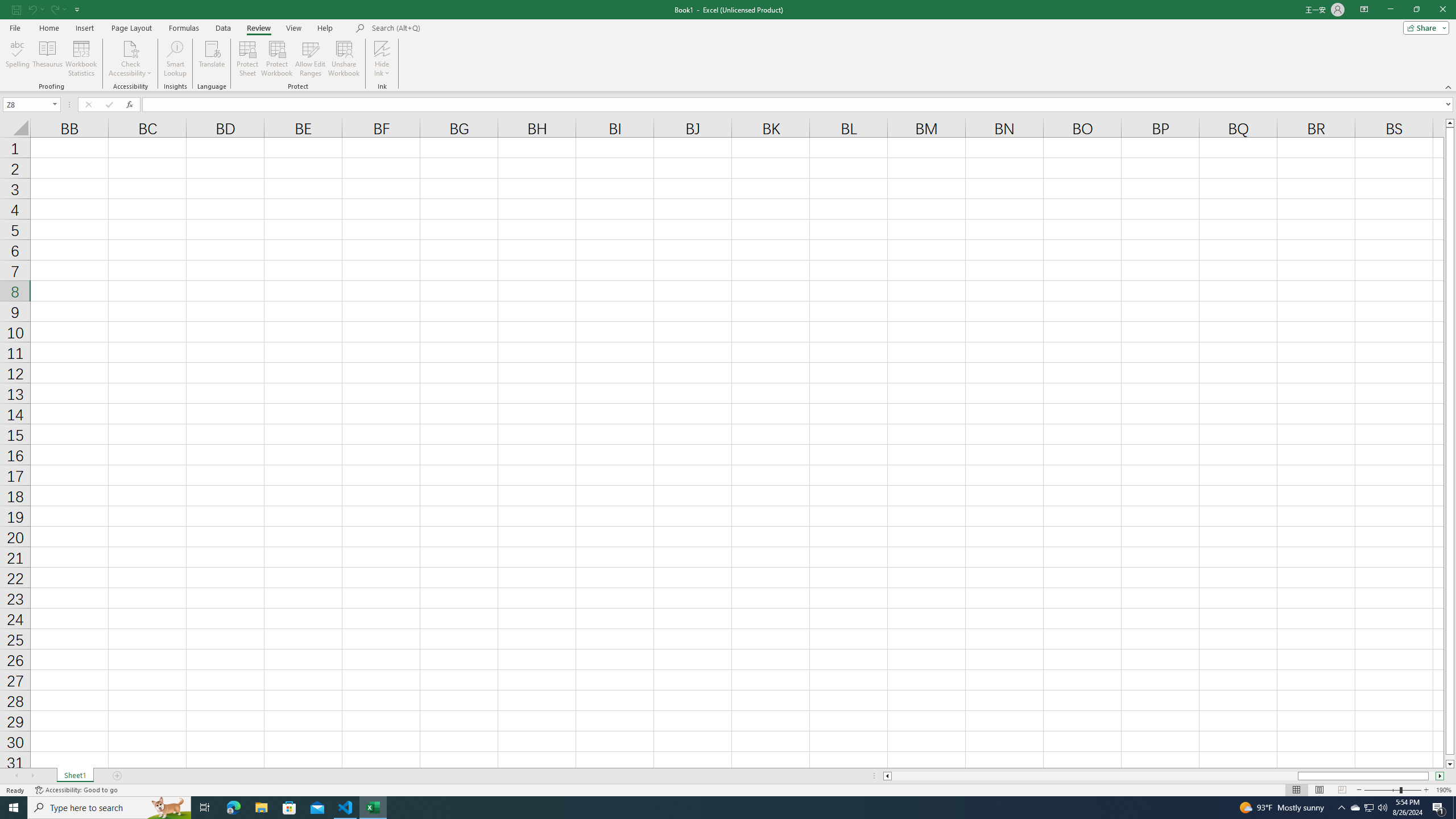 The width and height of the screenshot is (1456, 819). What do you see at coordinates (16, 59) in the screenshot?
I see `'Spelling...'` at bounding box center [16, 59].